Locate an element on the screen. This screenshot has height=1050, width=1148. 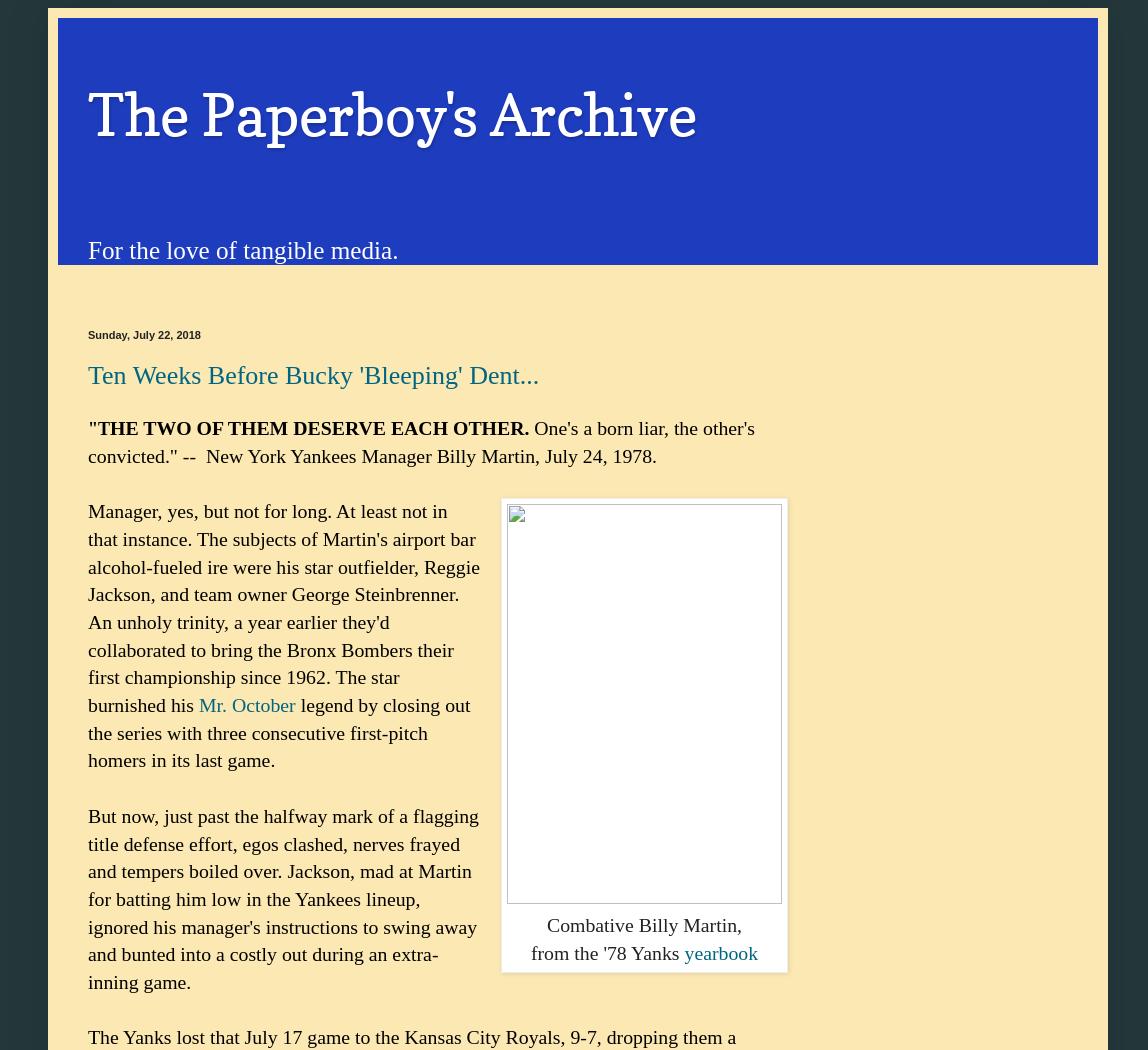
'legend by closing out the series with three consecutive first-pitch homers in its last game.' is located at coordinates (278, 731).